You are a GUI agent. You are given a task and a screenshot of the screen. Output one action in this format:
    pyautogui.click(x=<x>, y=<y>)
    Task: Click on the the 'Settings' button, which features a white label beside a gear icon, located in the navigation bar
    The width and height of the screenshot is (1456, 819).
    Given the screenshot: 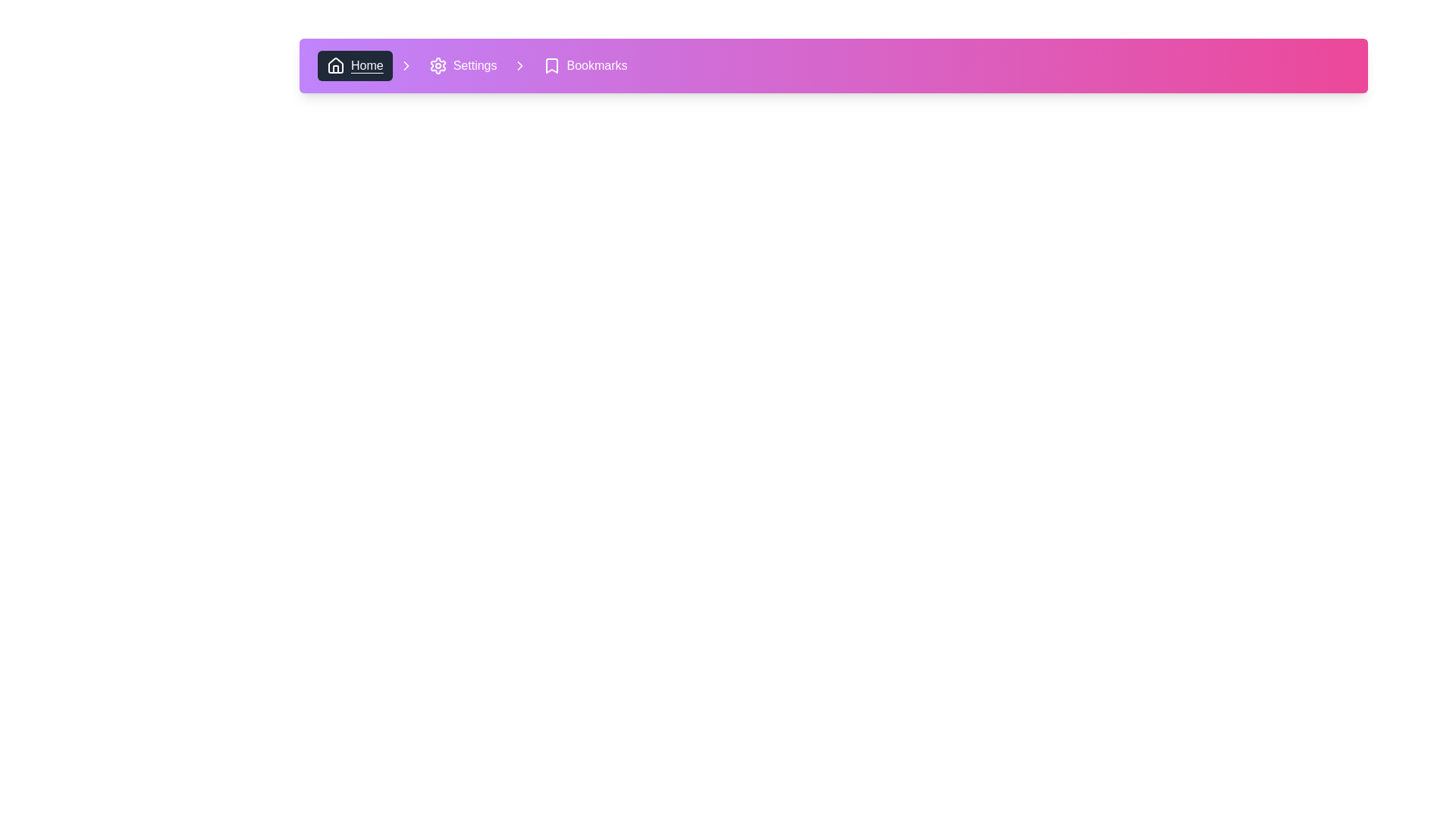 What is the action you would take?
    pyautogui.click(x=462, y=65)
    